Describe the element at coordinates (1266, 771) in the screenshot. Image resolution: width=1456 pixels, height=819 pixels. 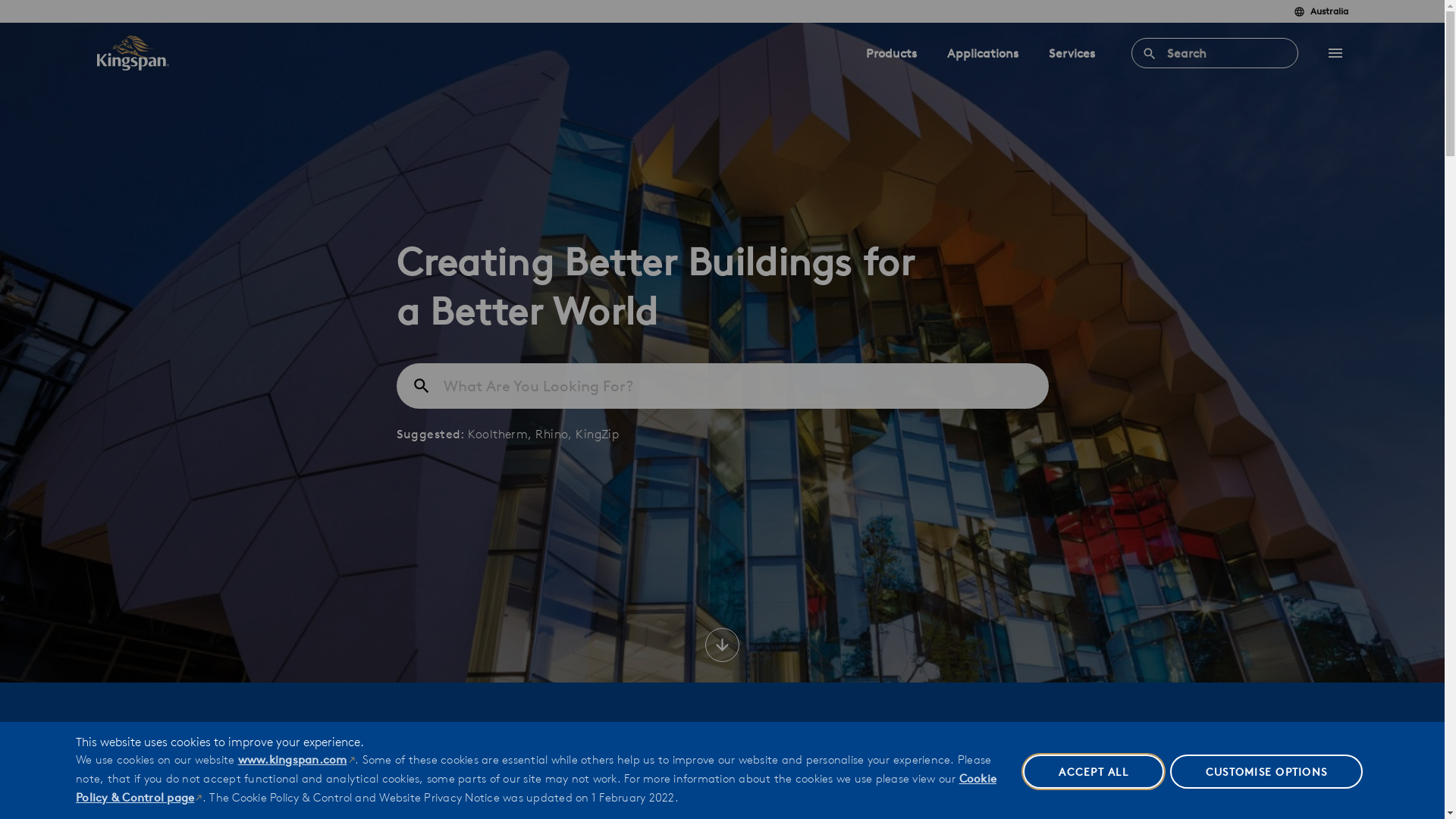
I see `'CUSTOMISE OPTIONS'` at that location.